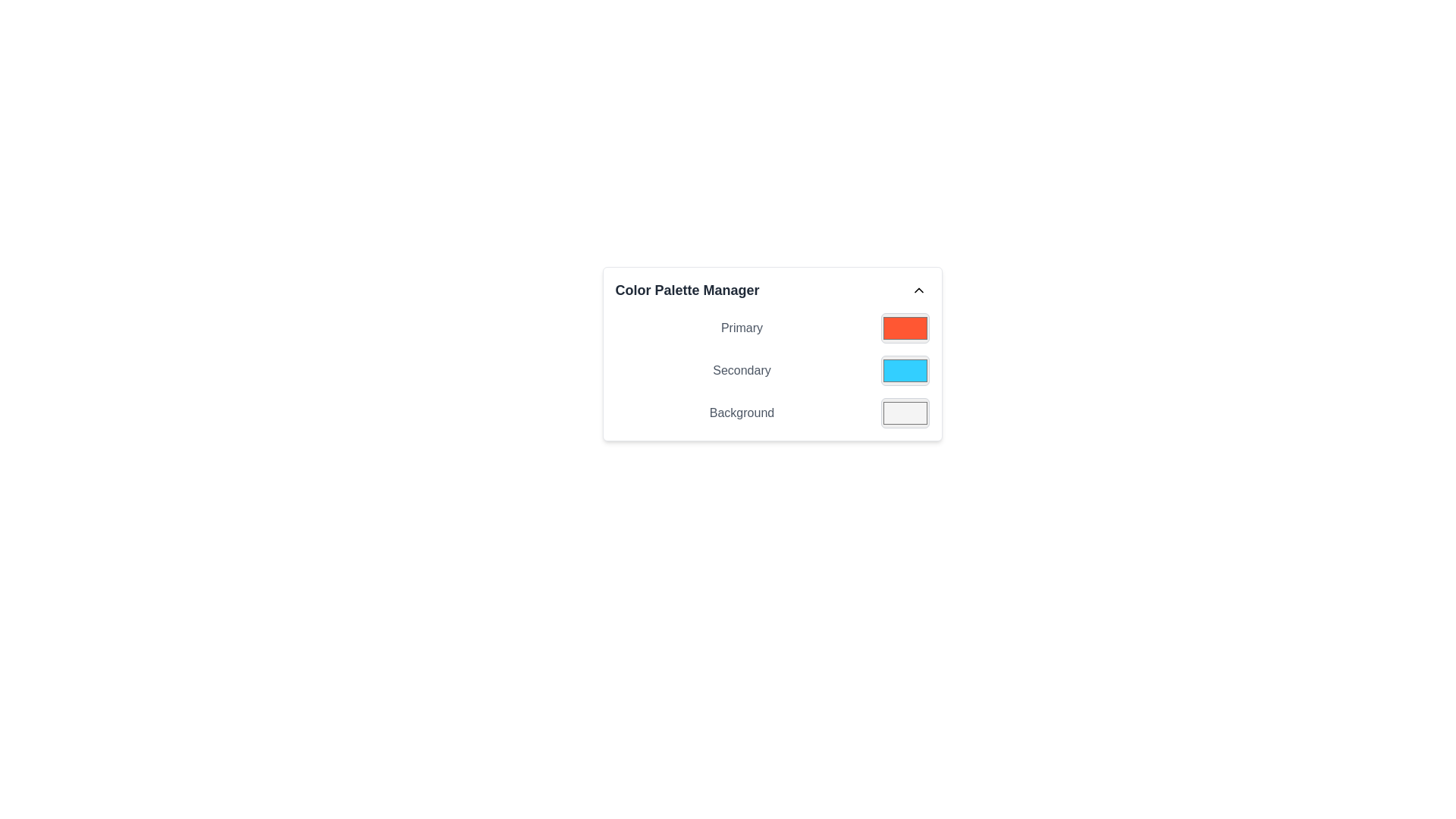 This screenshot has height=819, width=1456. What do you see at coordinates (742, 327) in the screenshot?
I see `the text label that describes the primary color in the Color Palette Manager, located in the uppermost row next to the color preview box` at bounding box center [742, 327].